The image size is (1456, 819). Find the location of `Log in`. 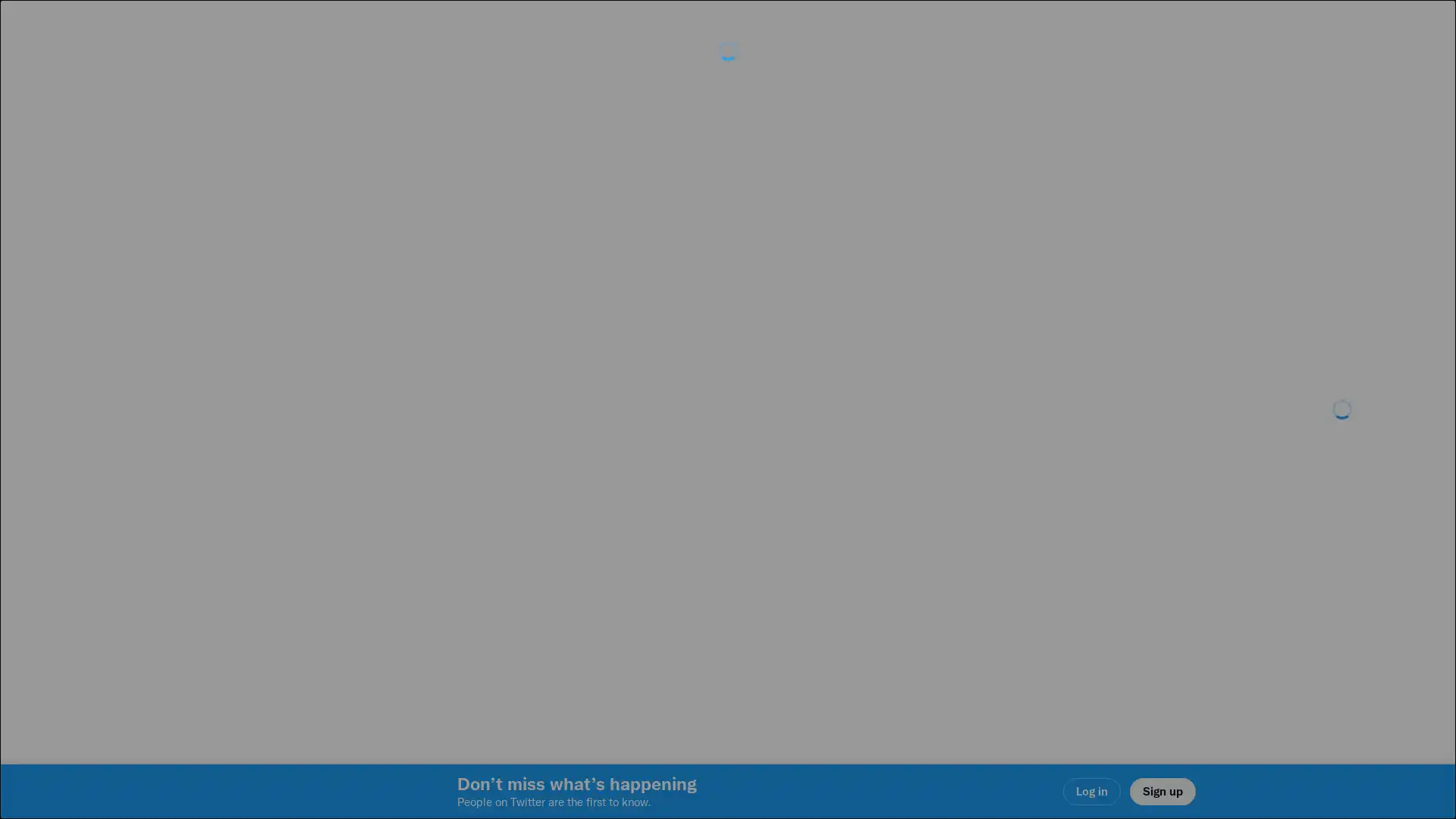

Log in is located at coordinates (910, 516).